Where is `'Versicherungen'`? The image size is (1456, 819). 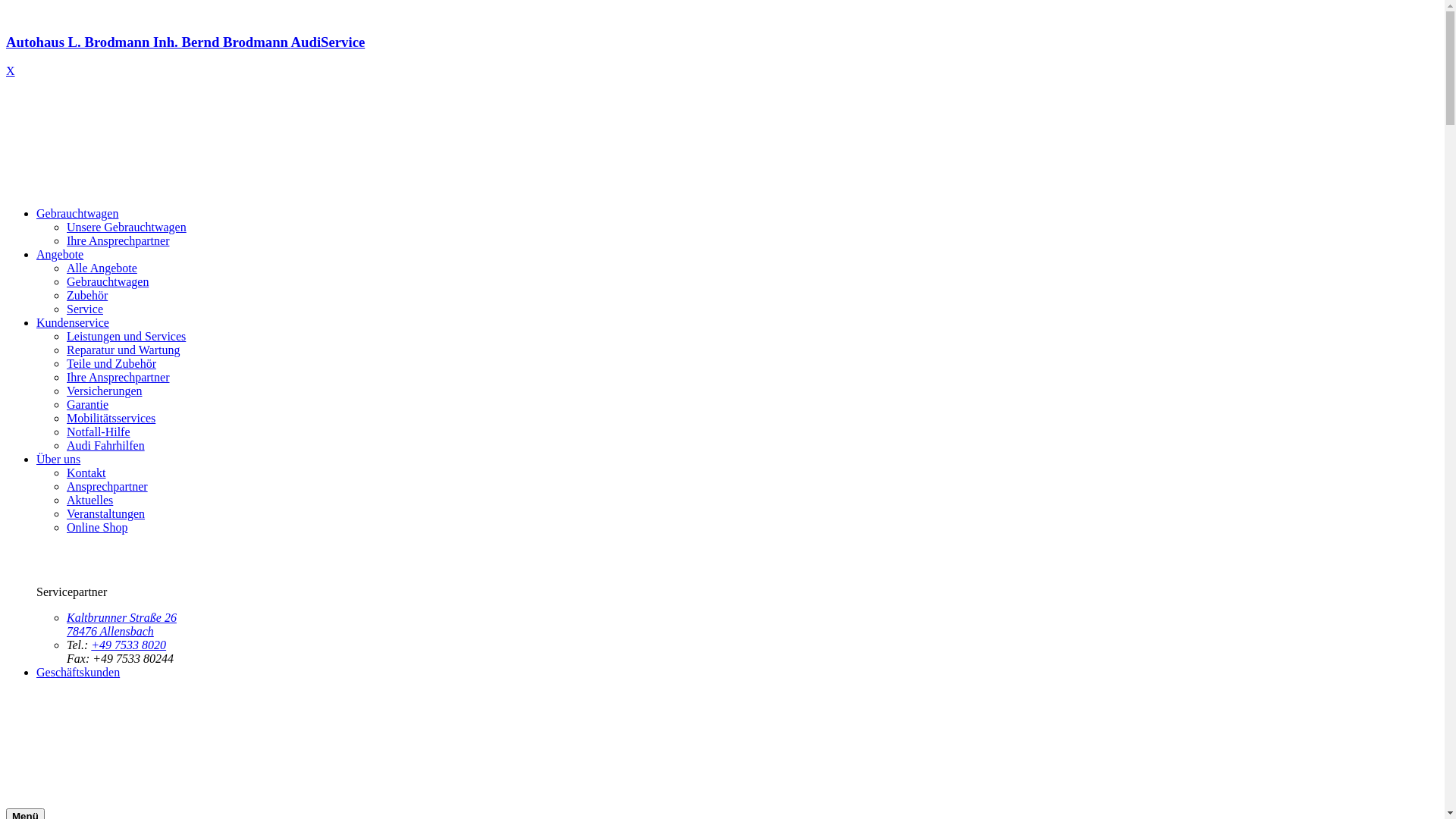
'Versicherungen' is located at coordinates (104, 390).